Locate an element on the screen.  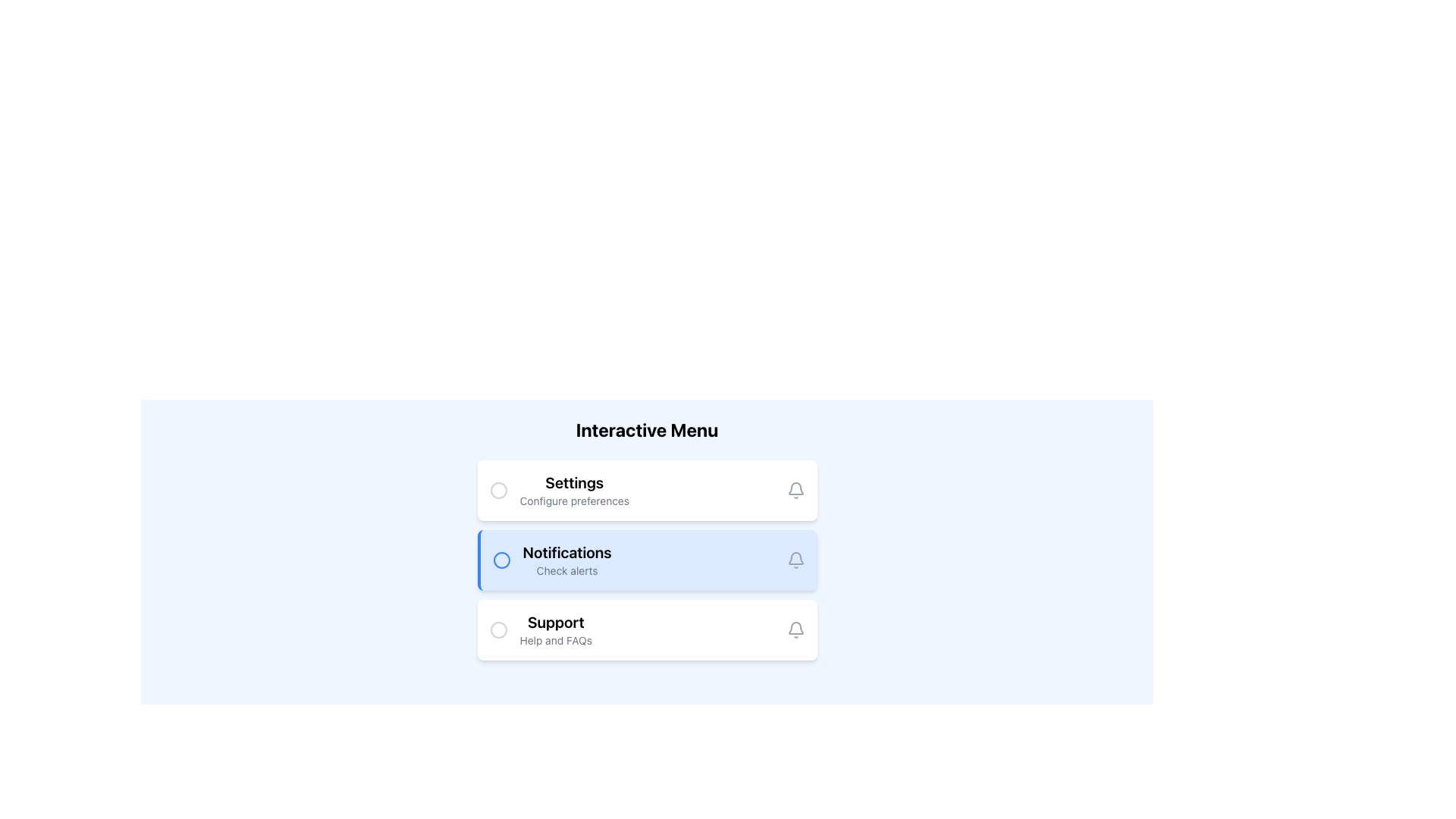
the Label and Icon Pair element, which serves as a title and brief description for the first settings card in the vertical stack is located at coordinates (558, 491).